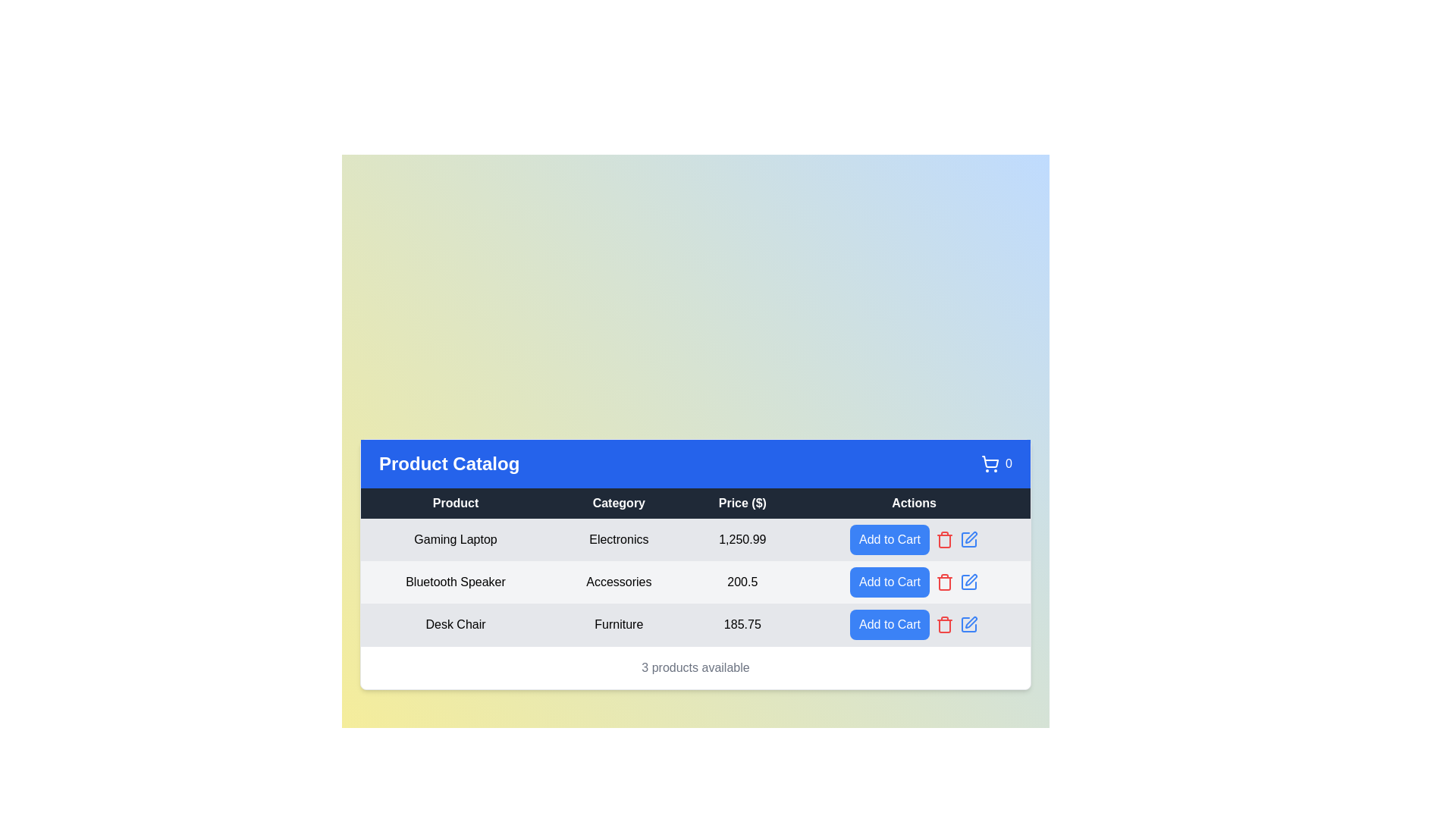 This screenshot has height=819, width=1456. Describe the element at coordinates (968, 581) in the screenshot. I see `the icon button in the 'Actions' column of the product table for 'Bluetooth Speaker' to initiate editing` at that location.